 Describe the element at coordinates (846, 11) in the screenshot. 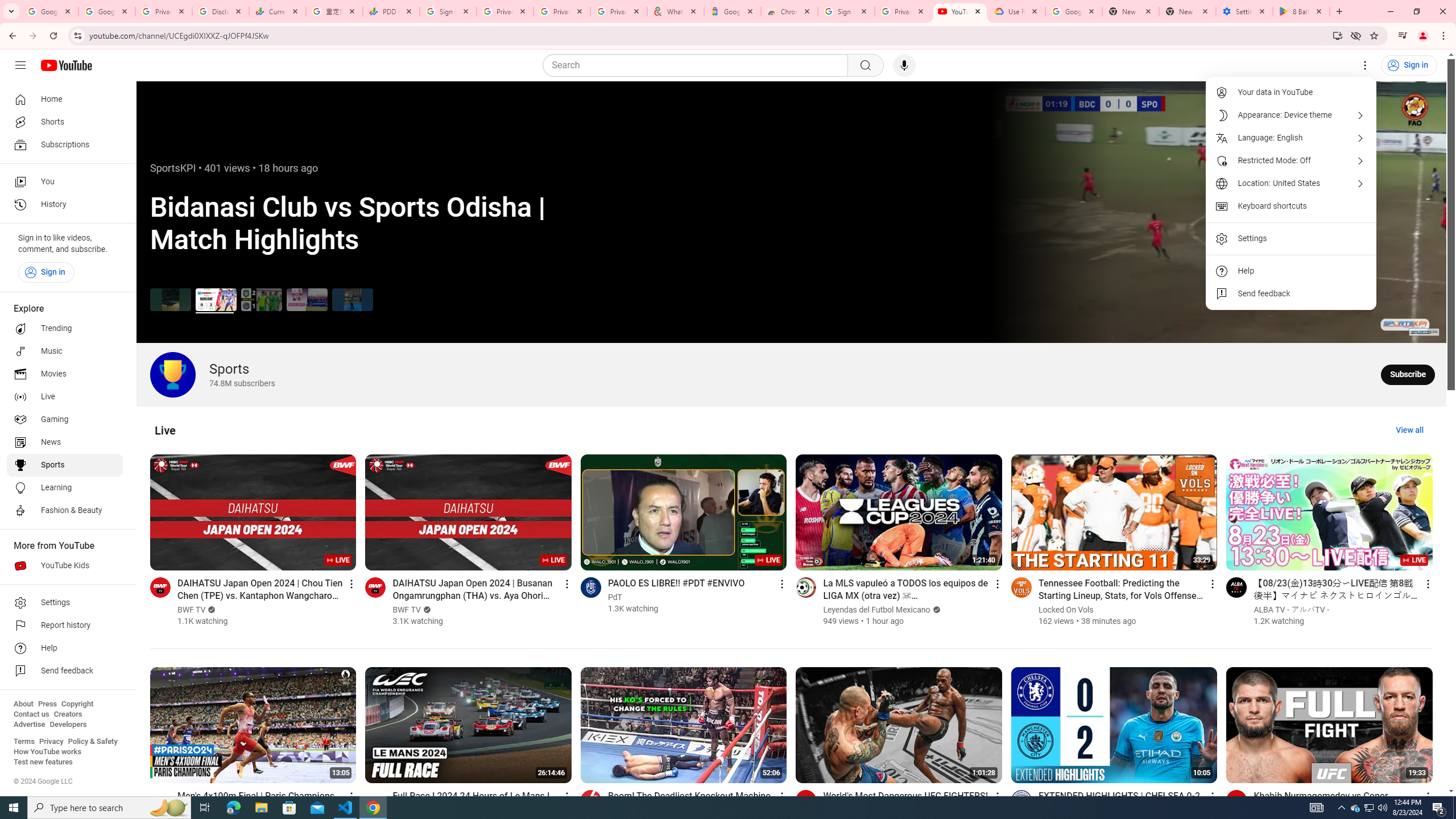

I see `'Sign in - Google Accounts'` at that location.